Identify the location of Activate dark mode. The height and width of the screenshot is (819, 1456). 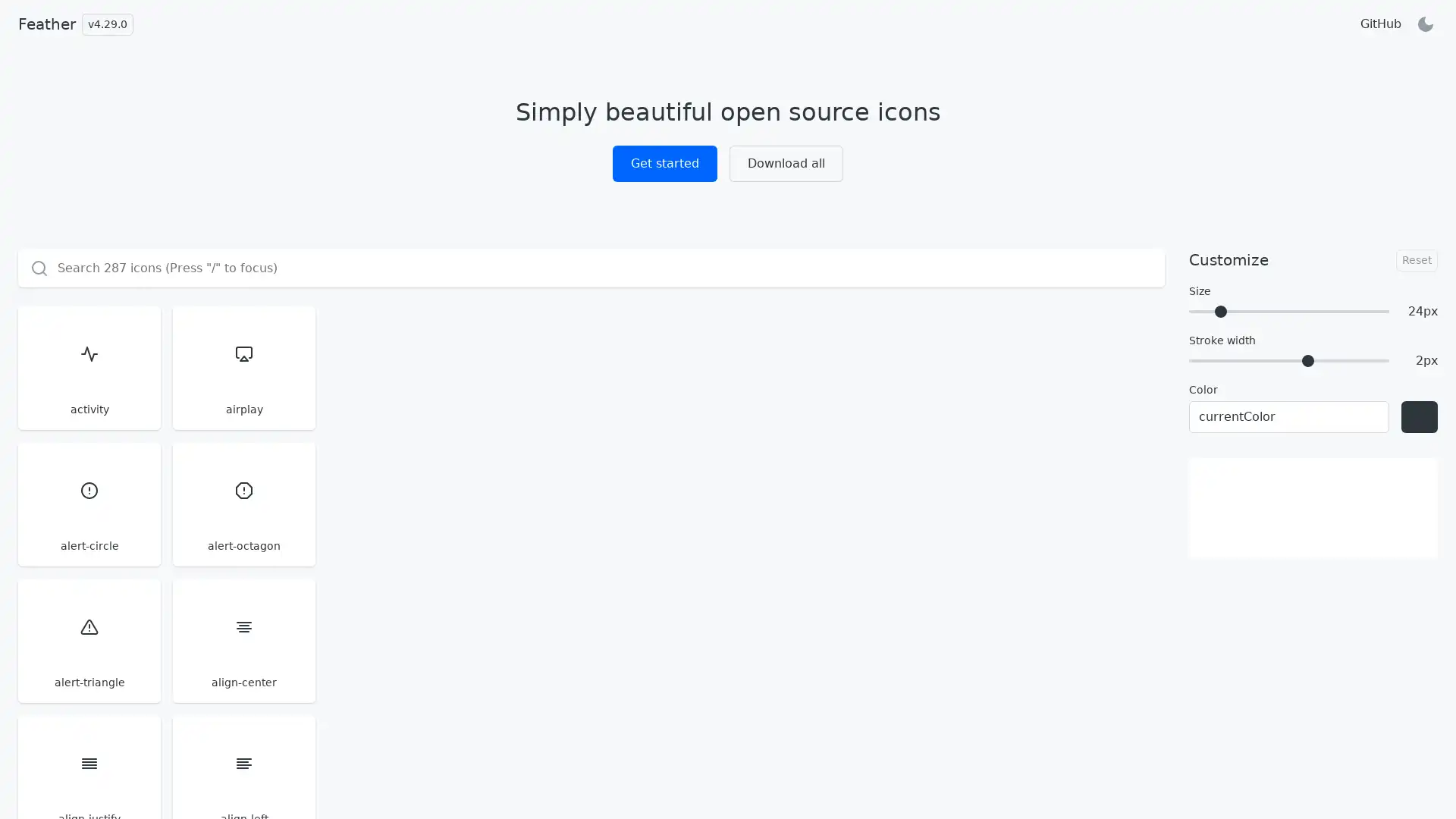
(1425, 24).